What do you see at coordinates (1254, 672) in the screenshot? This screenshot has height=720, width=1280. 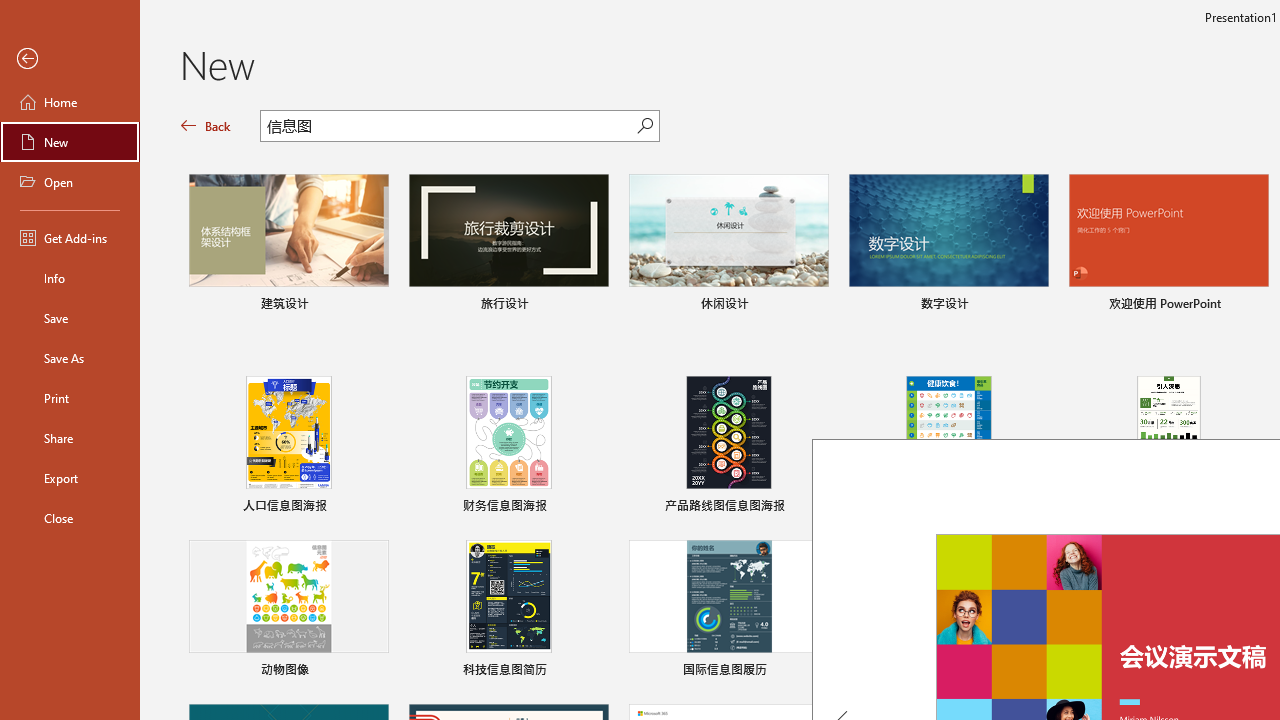 I see `'Pin to list'` at bounding box center [1254, 672].